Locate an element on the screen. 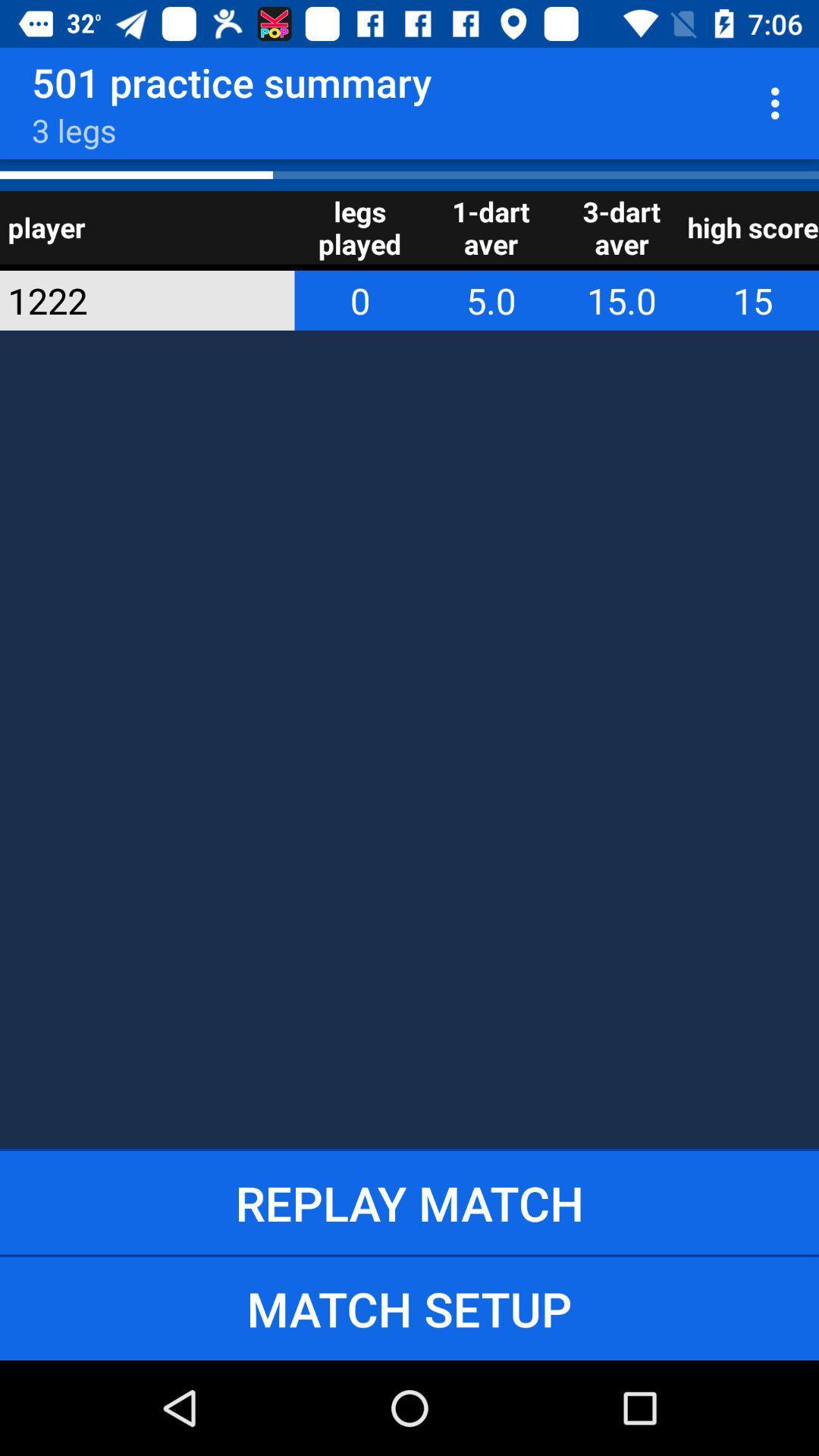  the button below replay match icon is located at coordinates (409, 1307).